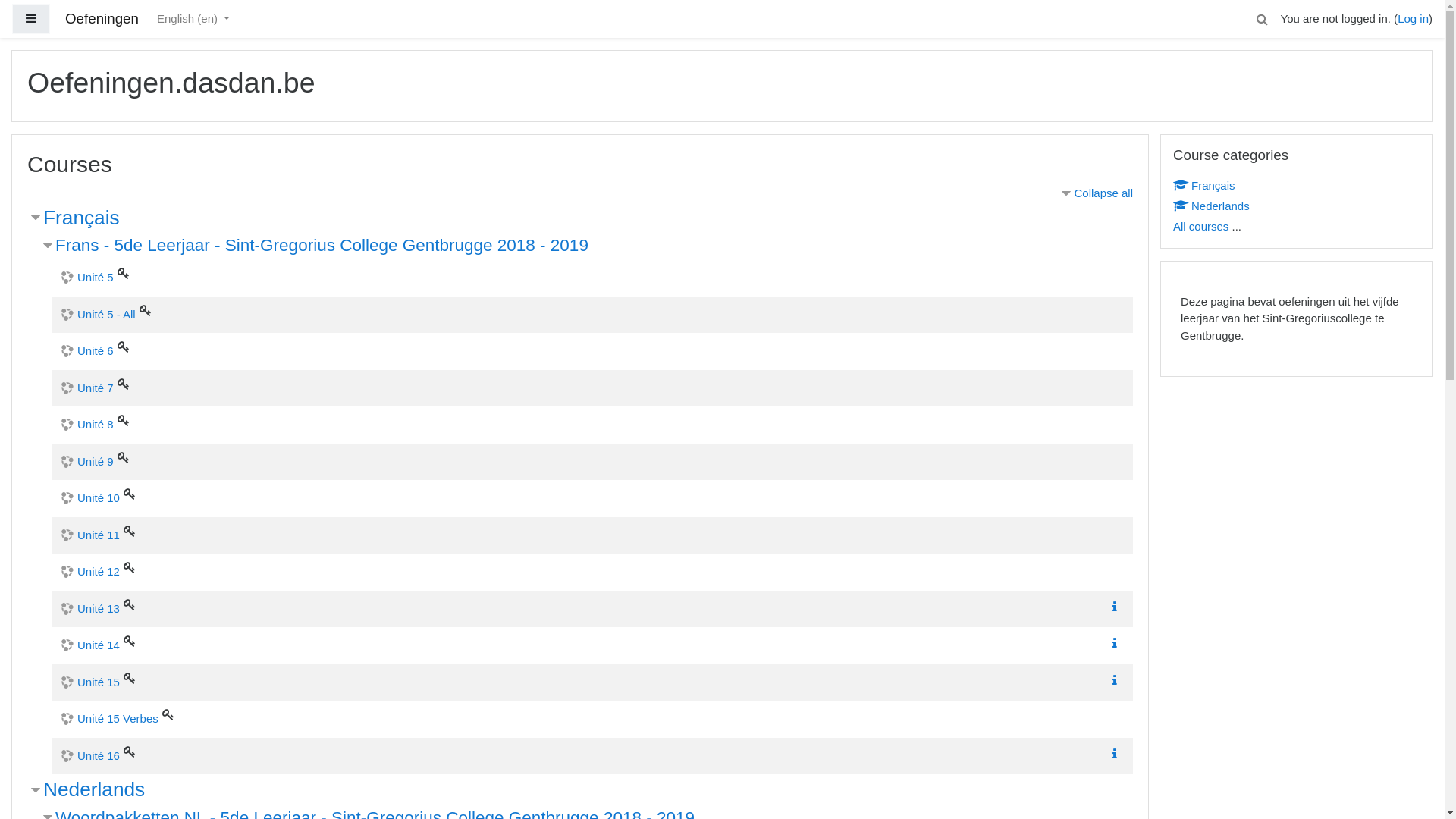  What do you see at coordinates (1117, 606) in the screenshot?
I see `'Summary'` at bounding box center [1117, 606].